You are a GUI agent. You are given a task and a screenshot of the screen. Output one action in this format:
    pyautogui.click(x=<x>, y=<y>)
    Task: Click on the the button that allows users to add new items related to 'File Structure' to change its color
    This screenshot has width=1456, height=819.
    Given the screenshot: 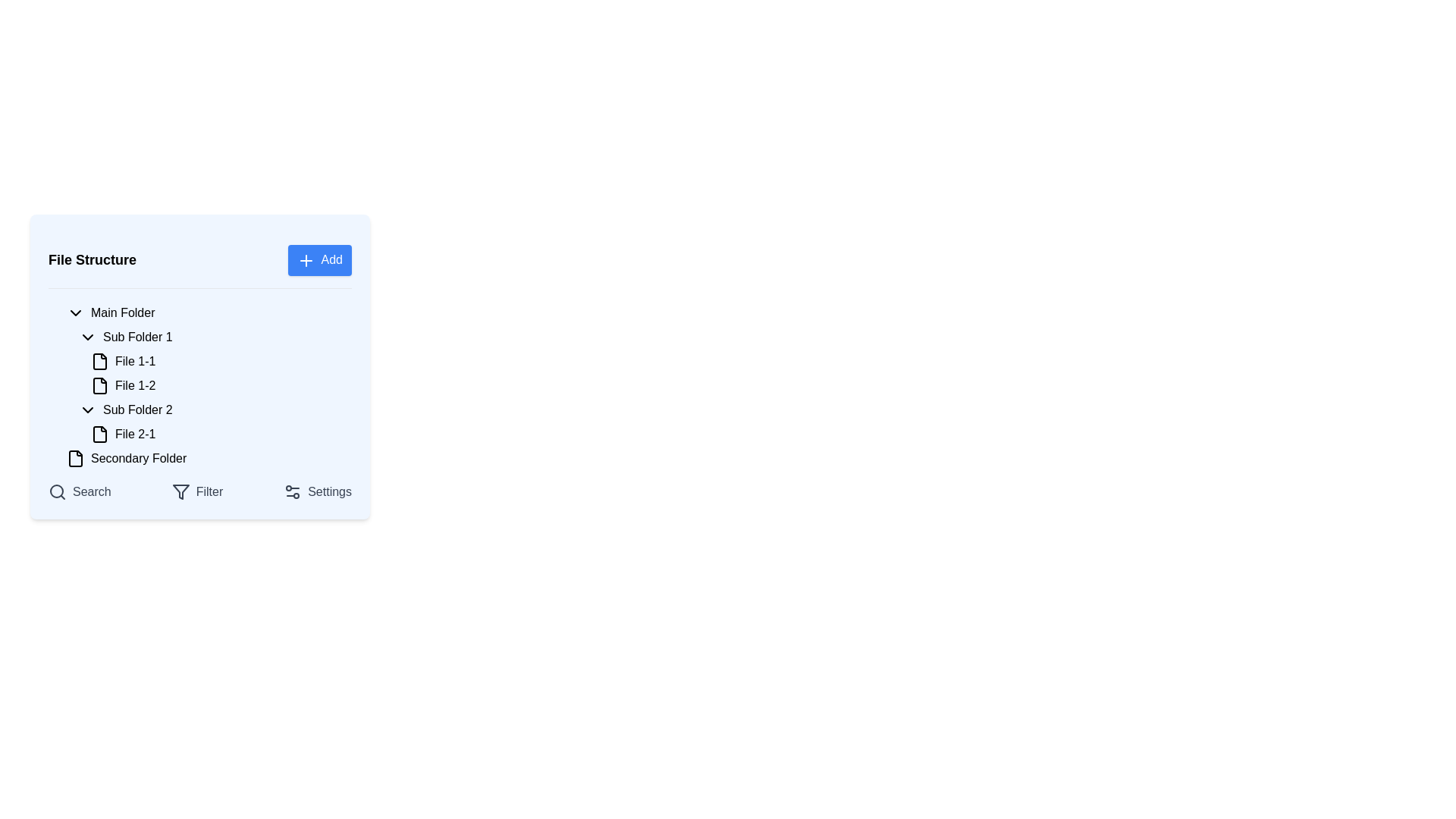 What is the action you would take?
    pyautogui.click(x=319, y=259)
    